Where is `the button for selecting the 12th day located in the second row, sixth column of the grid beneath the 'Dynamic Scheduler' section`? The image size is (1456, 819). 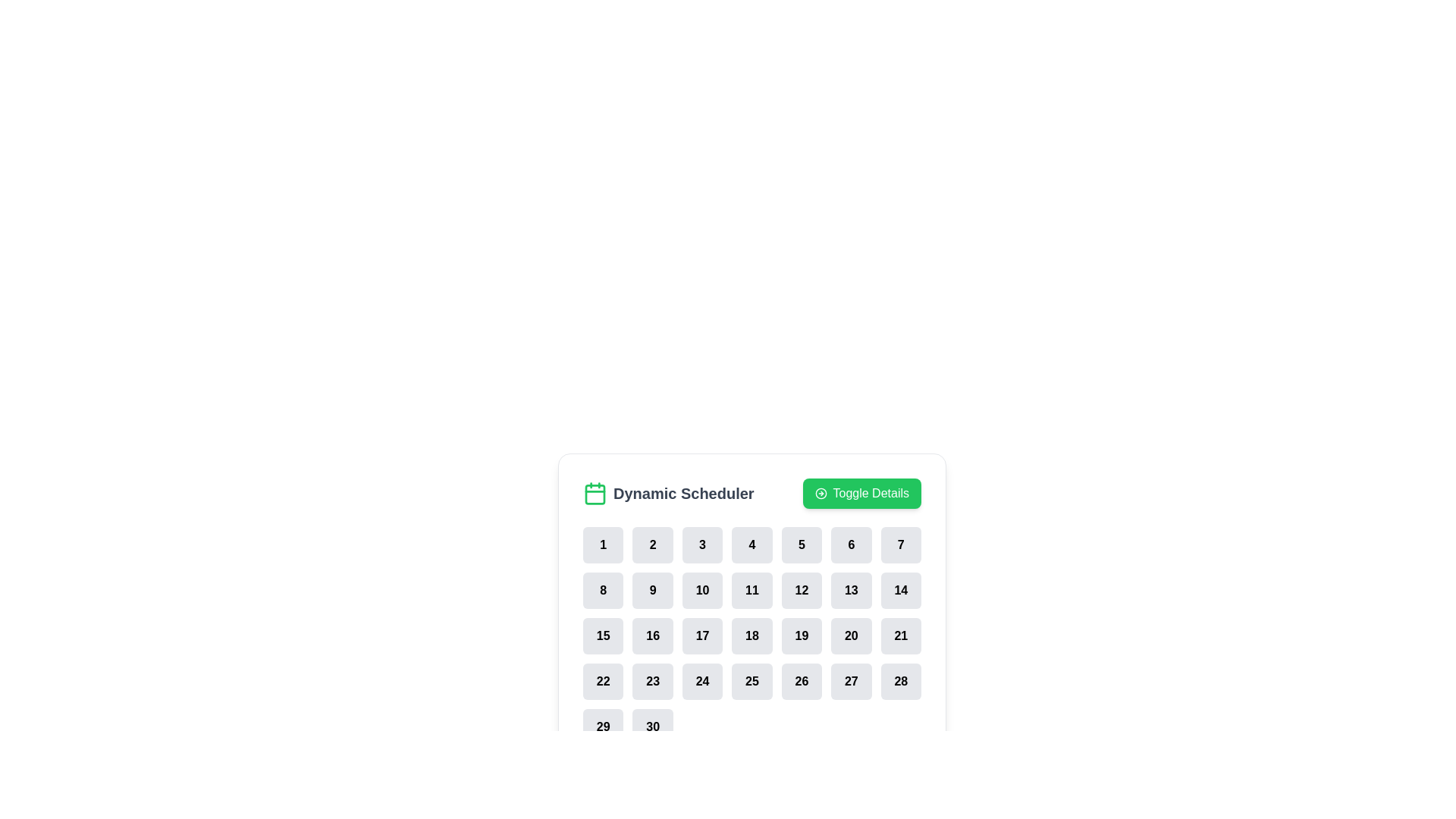
the button for selecting the 12th day located in the second row, sixth column of the grid beneath the 'Dynamic Scheduler' section is located at coordinates (801, 590).